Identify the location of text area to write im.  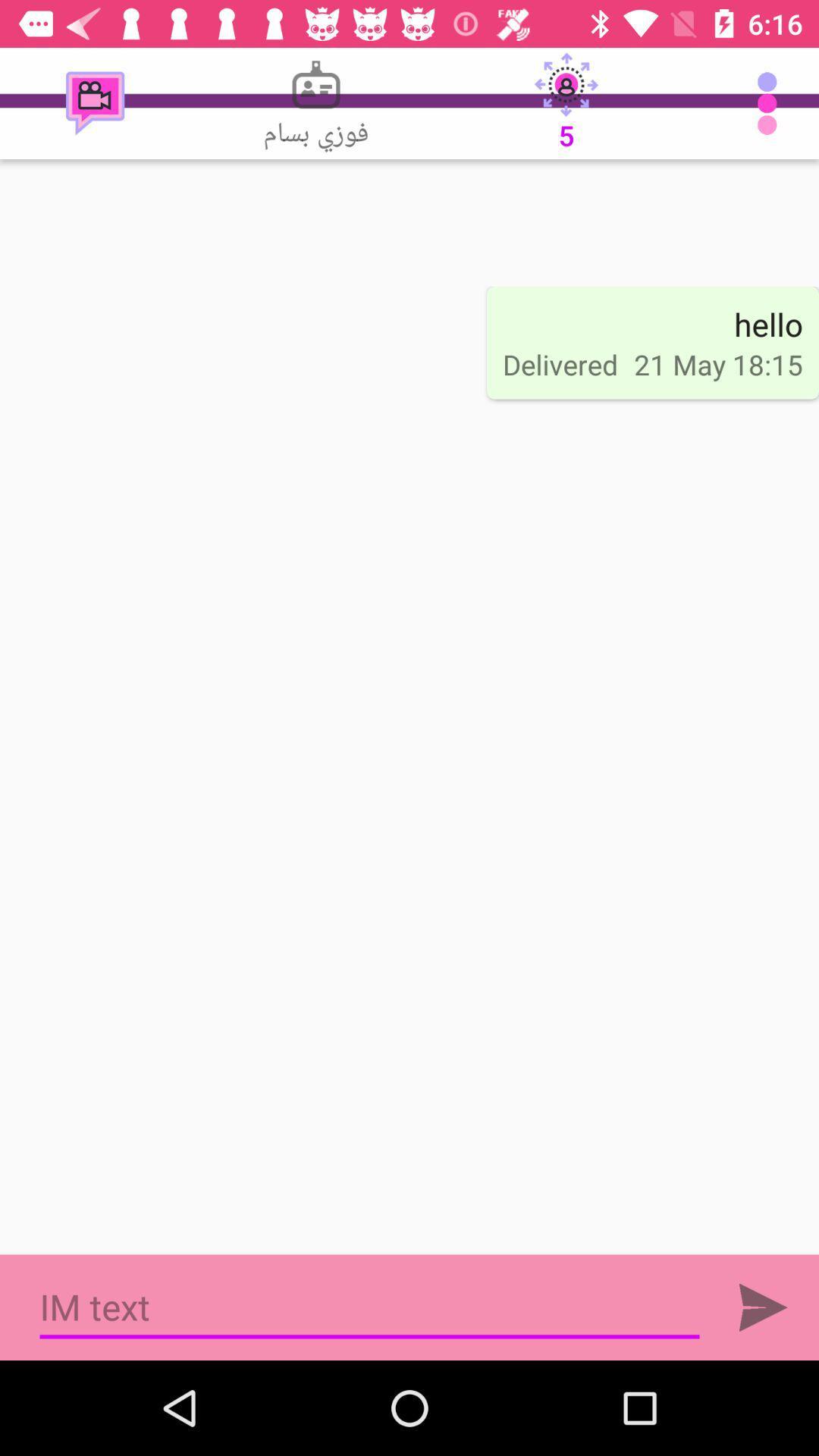
(369, 1307).